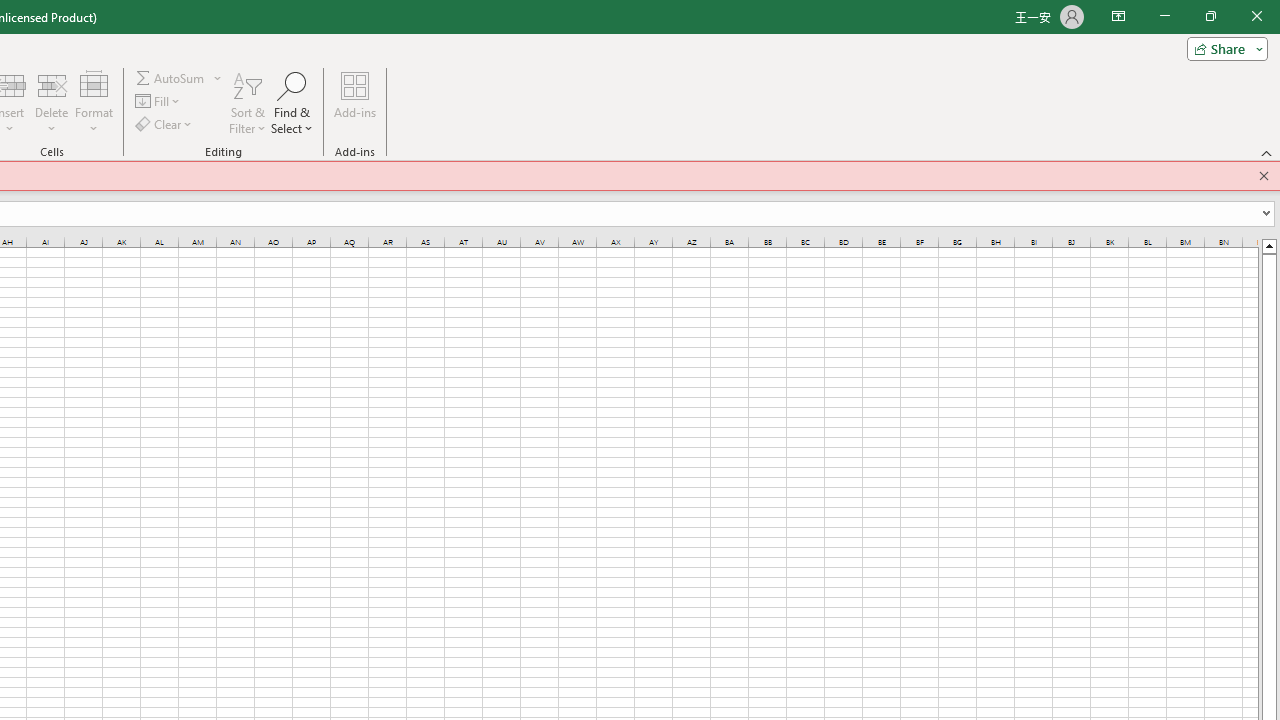  Describe the element at coordinates (171, 77) in the screenshot. I see `'Sum'` at that location.